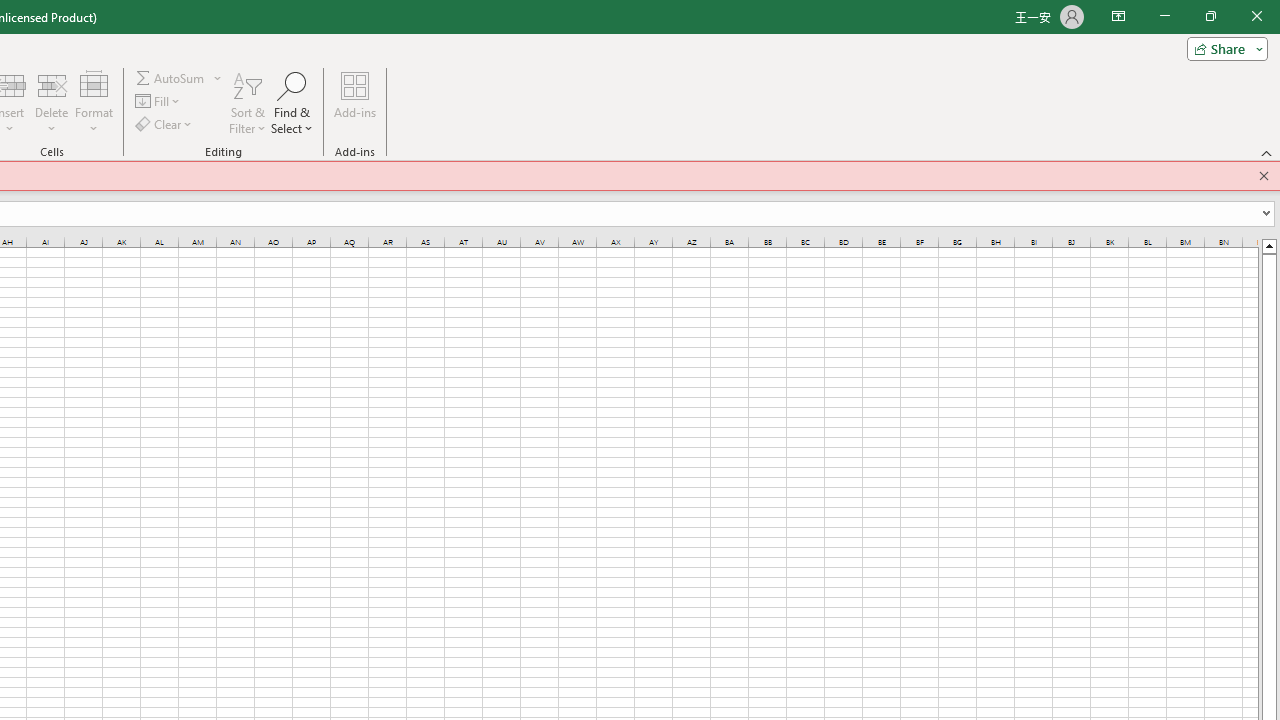  Describe the element at coordinates (171, 77) in the screenshot. I see `'Sum'` at that location.